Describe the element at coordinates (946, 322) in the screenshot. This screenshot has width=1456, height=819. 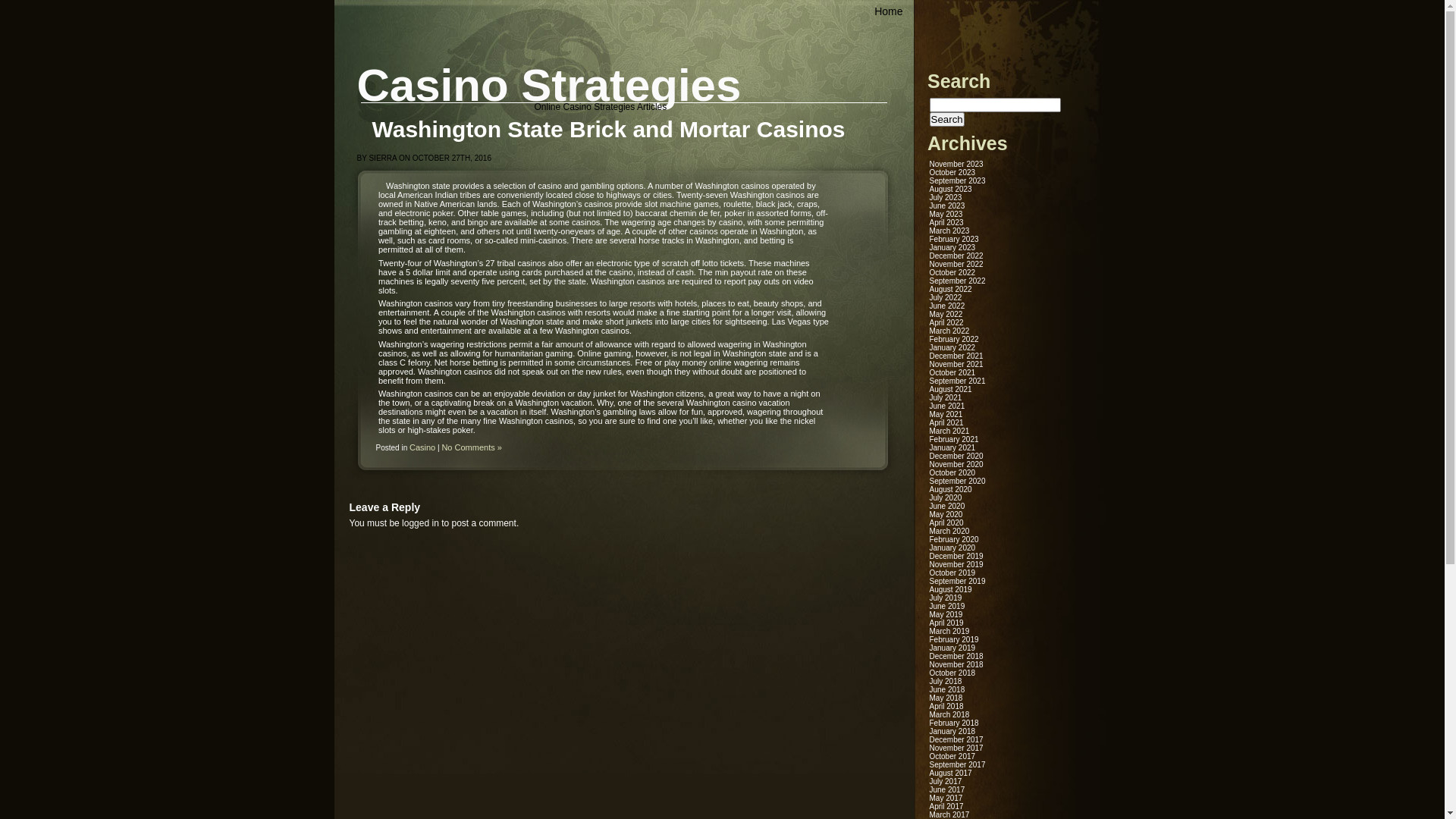
I see `'April 2022'` at that location.